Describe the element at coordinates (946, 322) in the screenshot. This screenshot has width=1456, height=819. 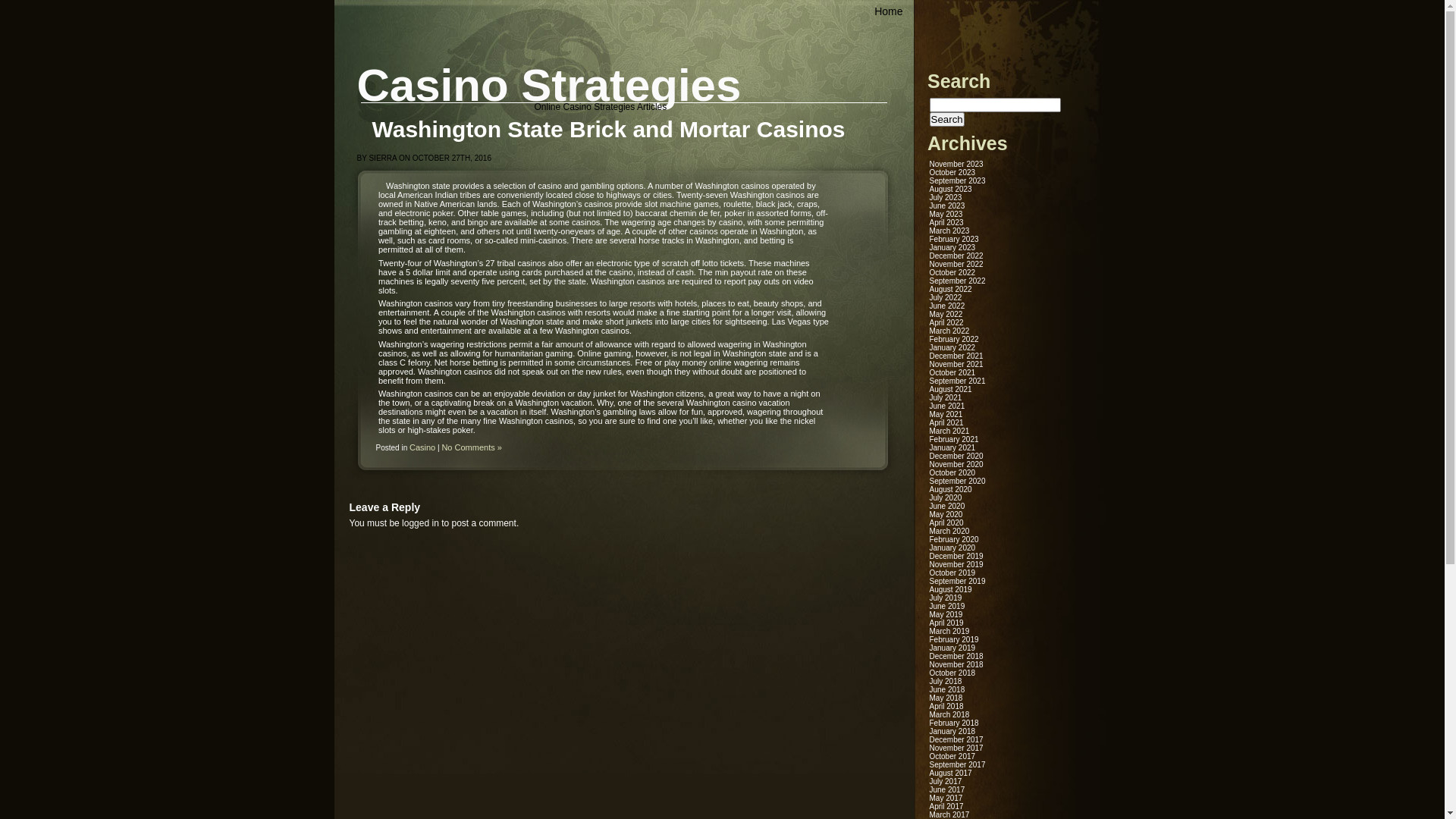
I see `'April 2022'` at that location.